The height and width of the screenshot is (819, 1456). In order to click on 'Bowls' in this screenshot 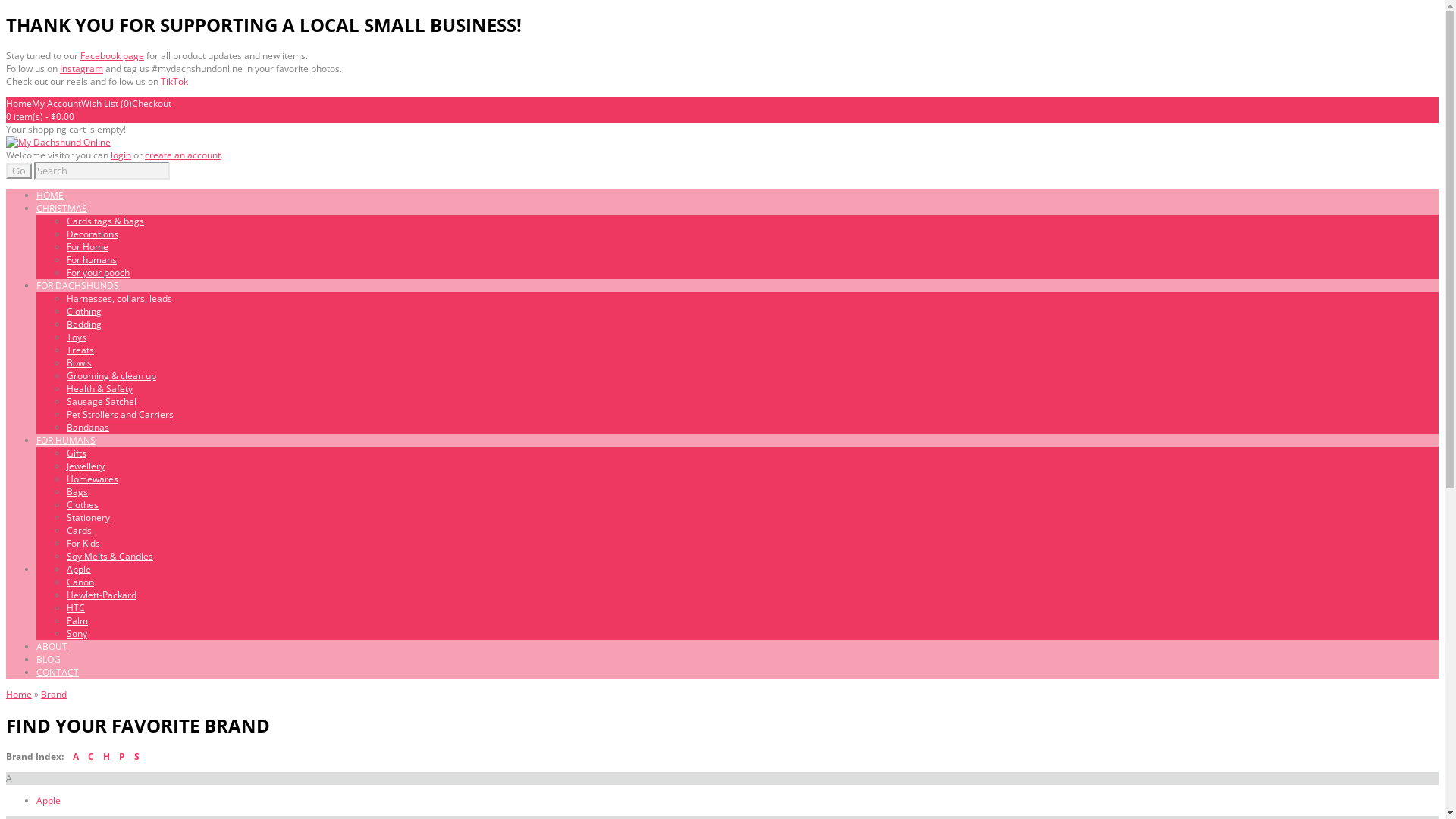, I will do `click(65, 362)`.